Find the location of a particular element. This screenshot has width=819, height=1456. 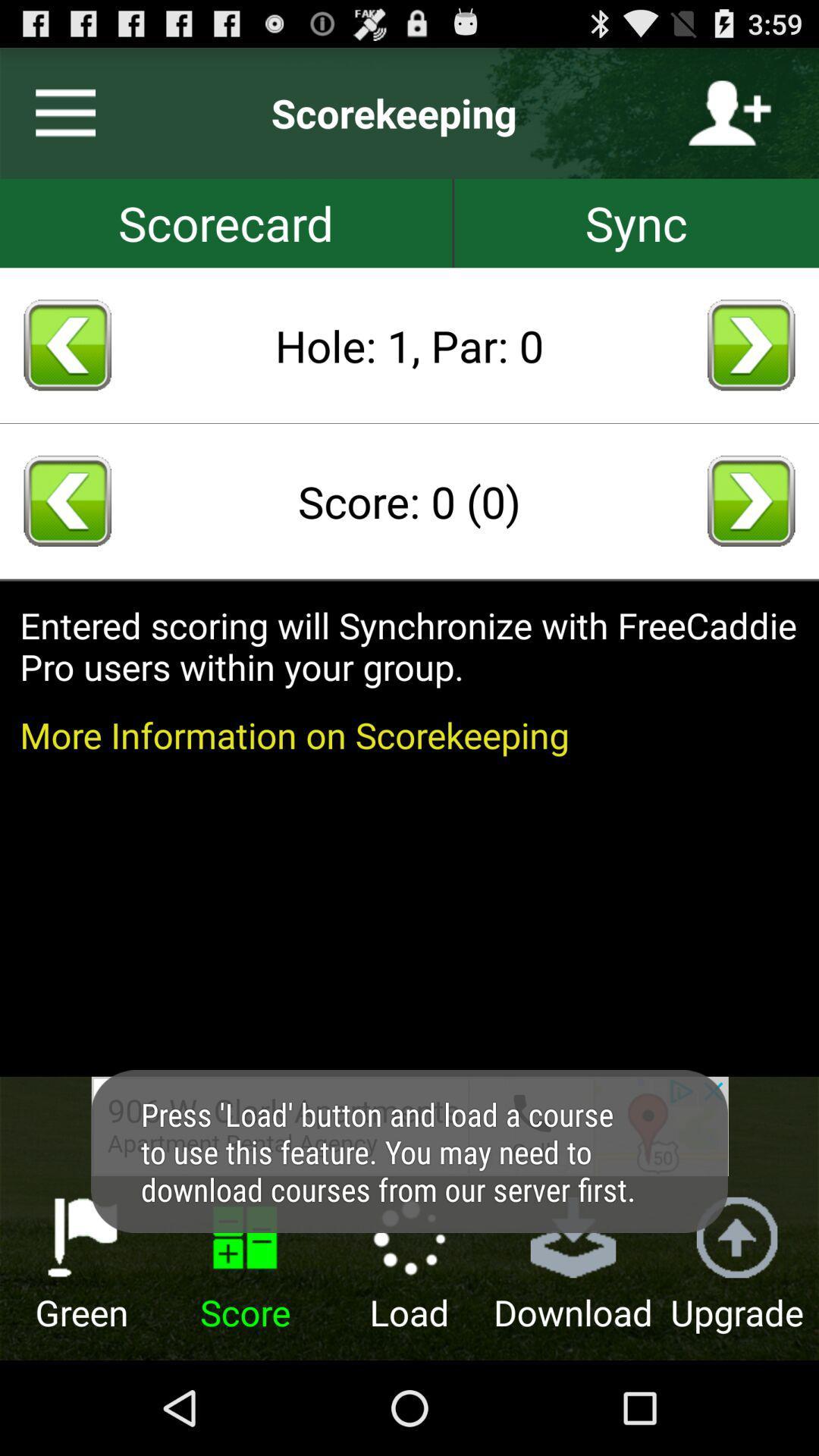

next is located at coordinates (751, 344).